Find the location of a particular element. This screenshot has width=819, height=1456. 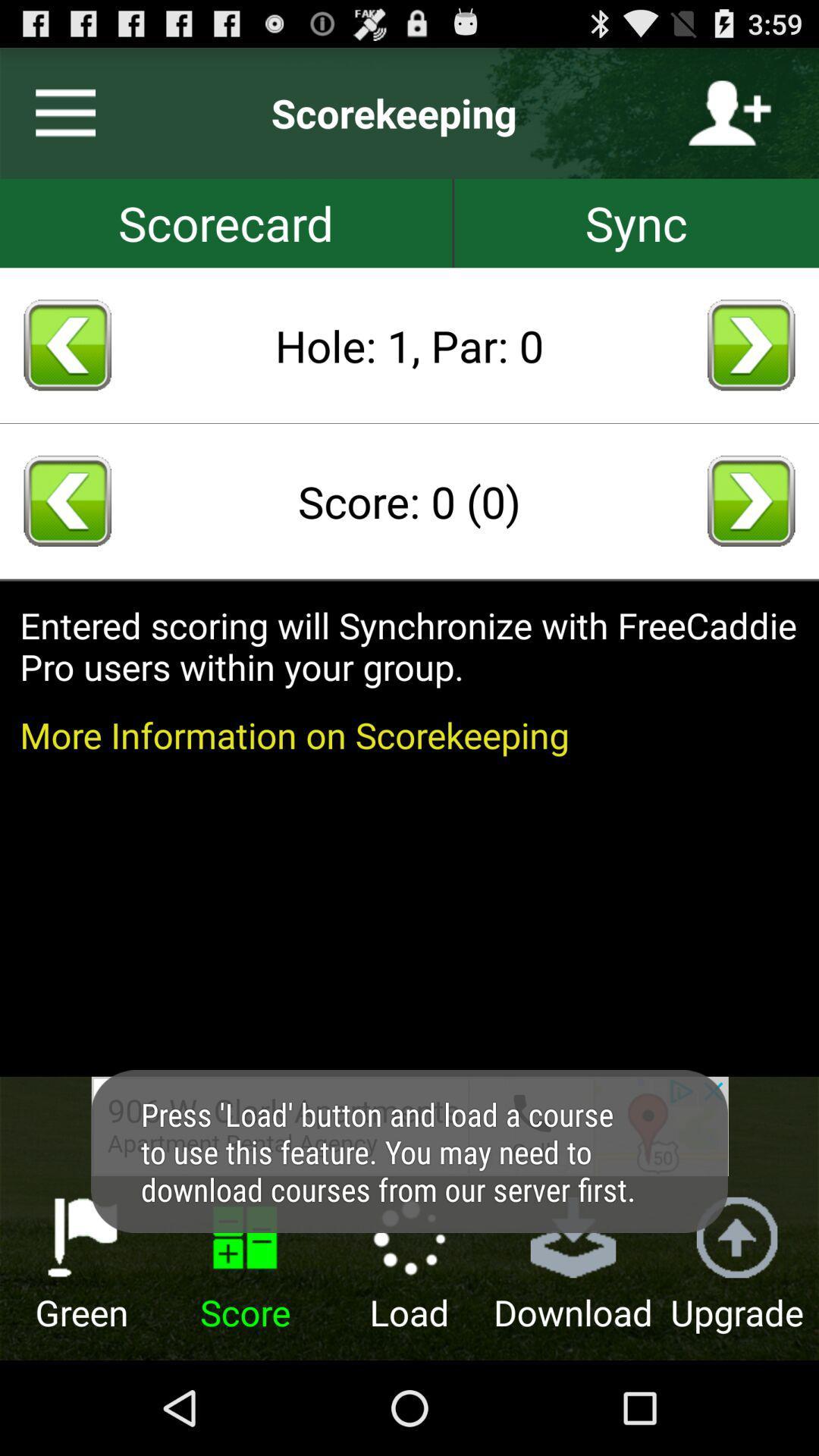

next is located at coordinates (751, 344).